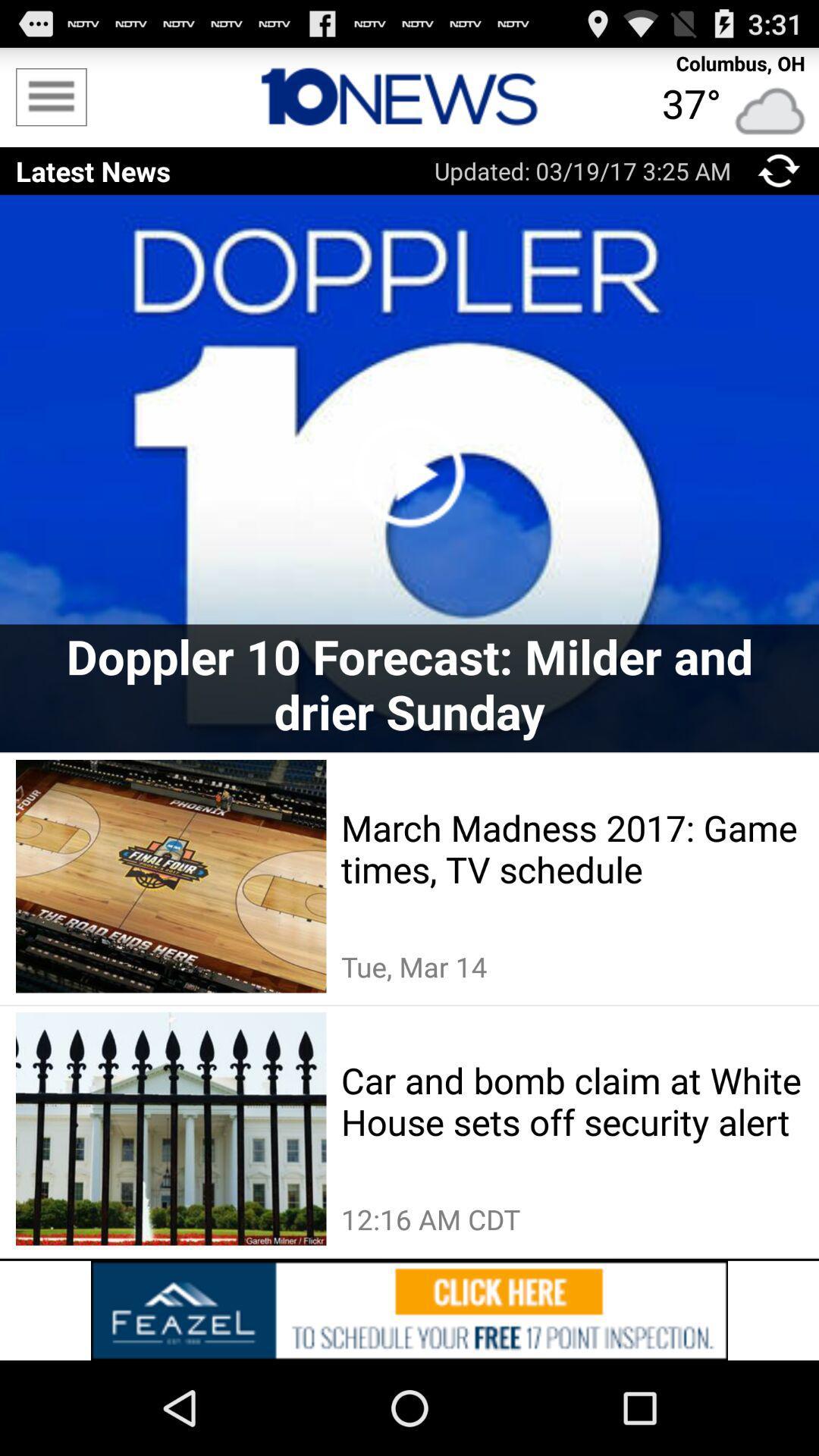 This screenshot has width=819, height=1456. What do you see at coordinates (779, 171) in the screenshot?
I see `previous` at bounding box center [779, 171].